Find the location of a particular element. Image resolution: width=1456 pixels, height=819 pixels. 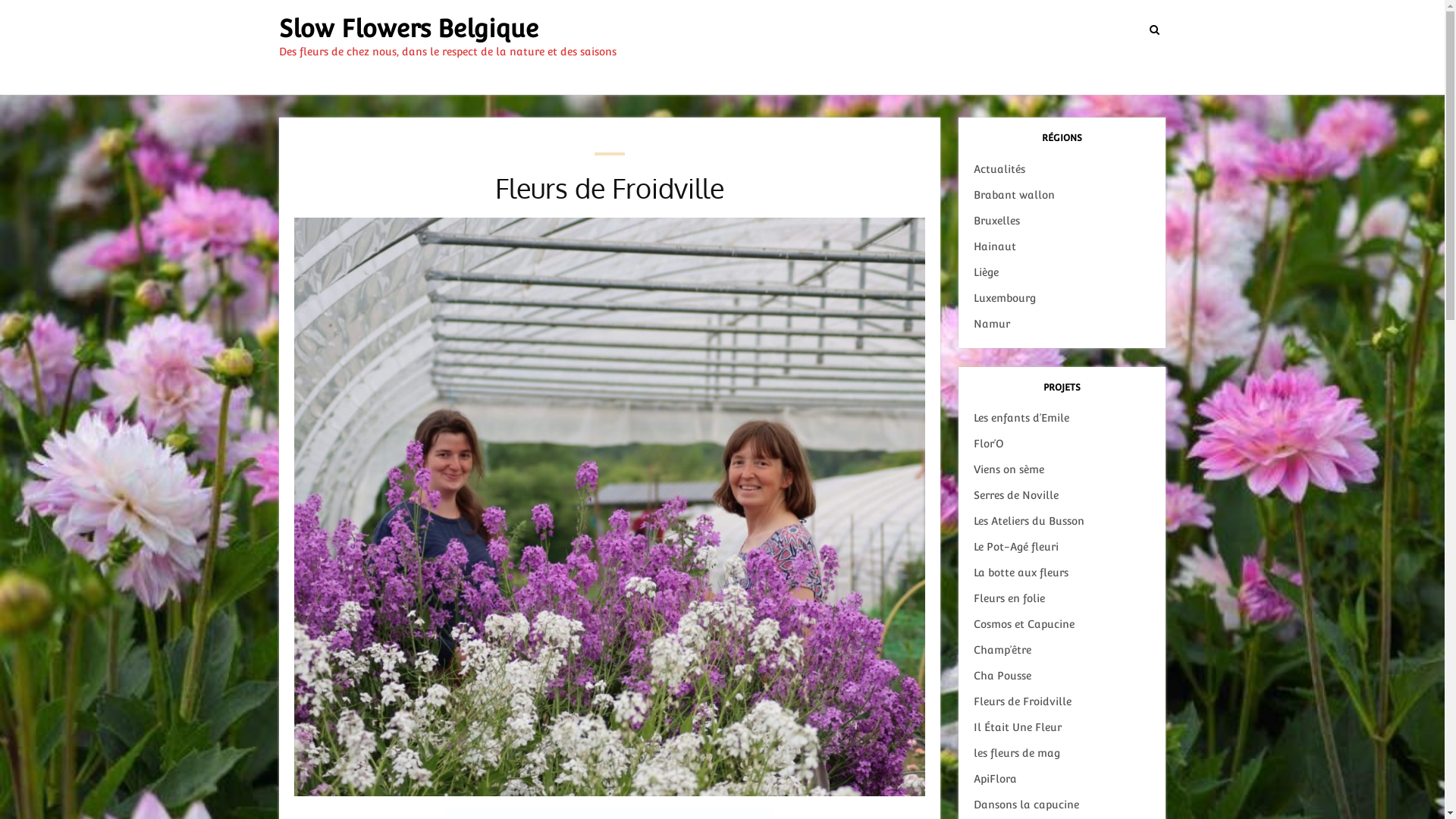

'Hainaut' is located at coordinates (994, 245).